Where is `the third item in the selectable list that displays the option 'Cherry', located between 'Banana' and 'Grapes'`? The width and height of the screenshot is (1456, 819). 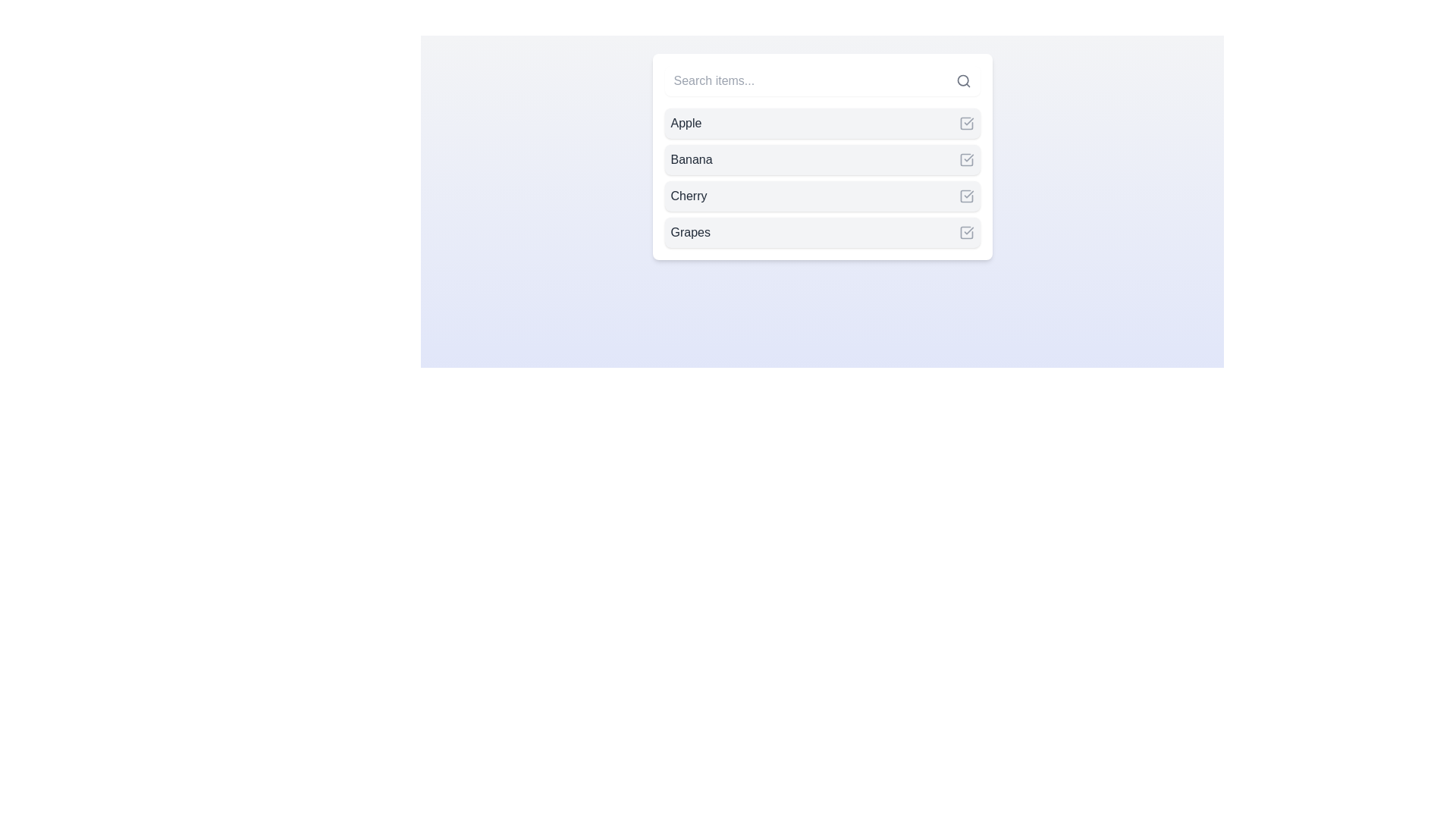
the third item in the selectable list that displays the option 'Cherry', located between 'Banana' and 'Grapes' is located at coordinates (821, 177).